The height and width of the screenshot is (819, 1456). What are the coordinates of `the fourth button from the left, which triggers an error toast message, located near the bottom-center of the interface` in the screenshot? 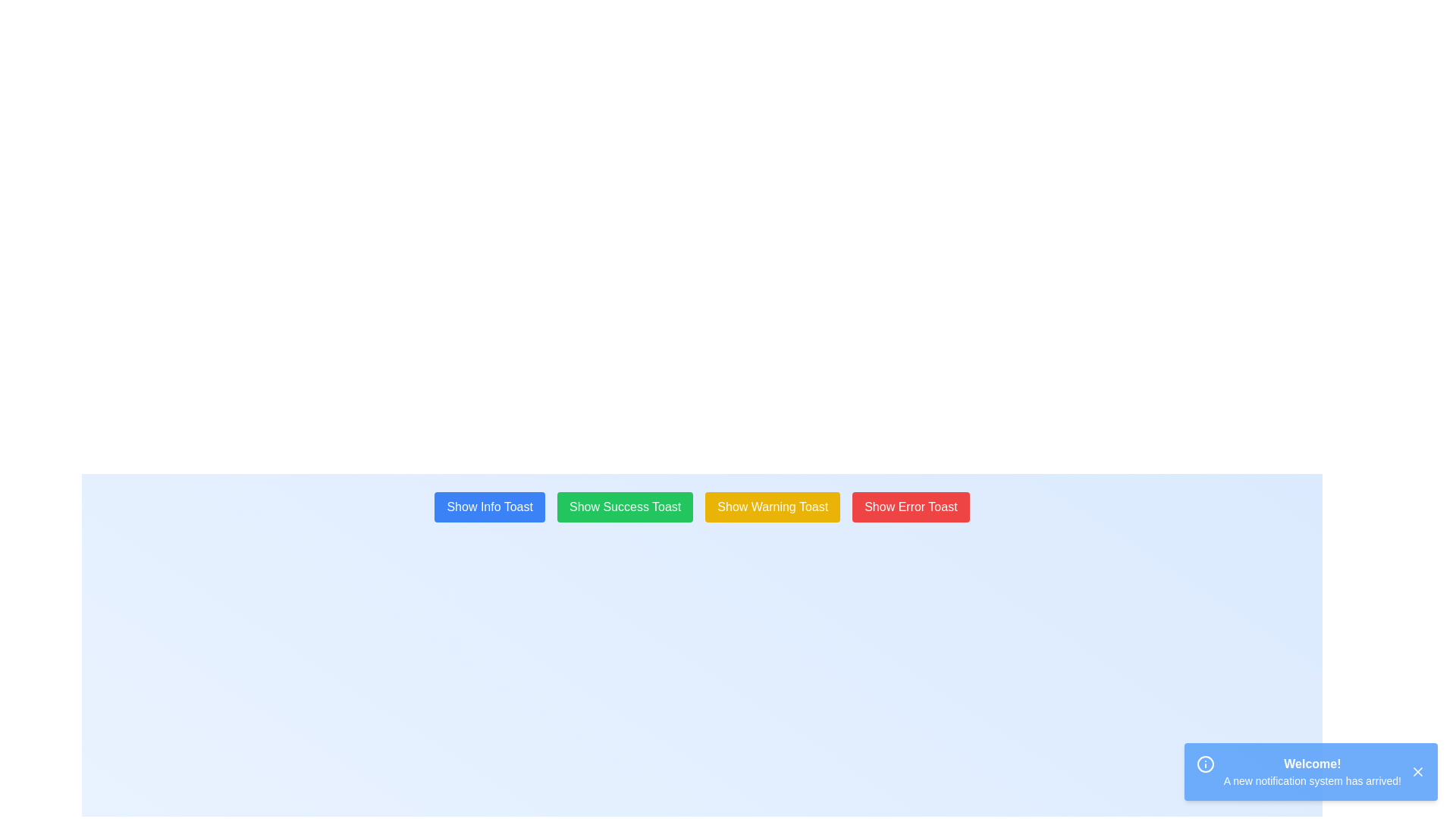 It's located at (910, 507).